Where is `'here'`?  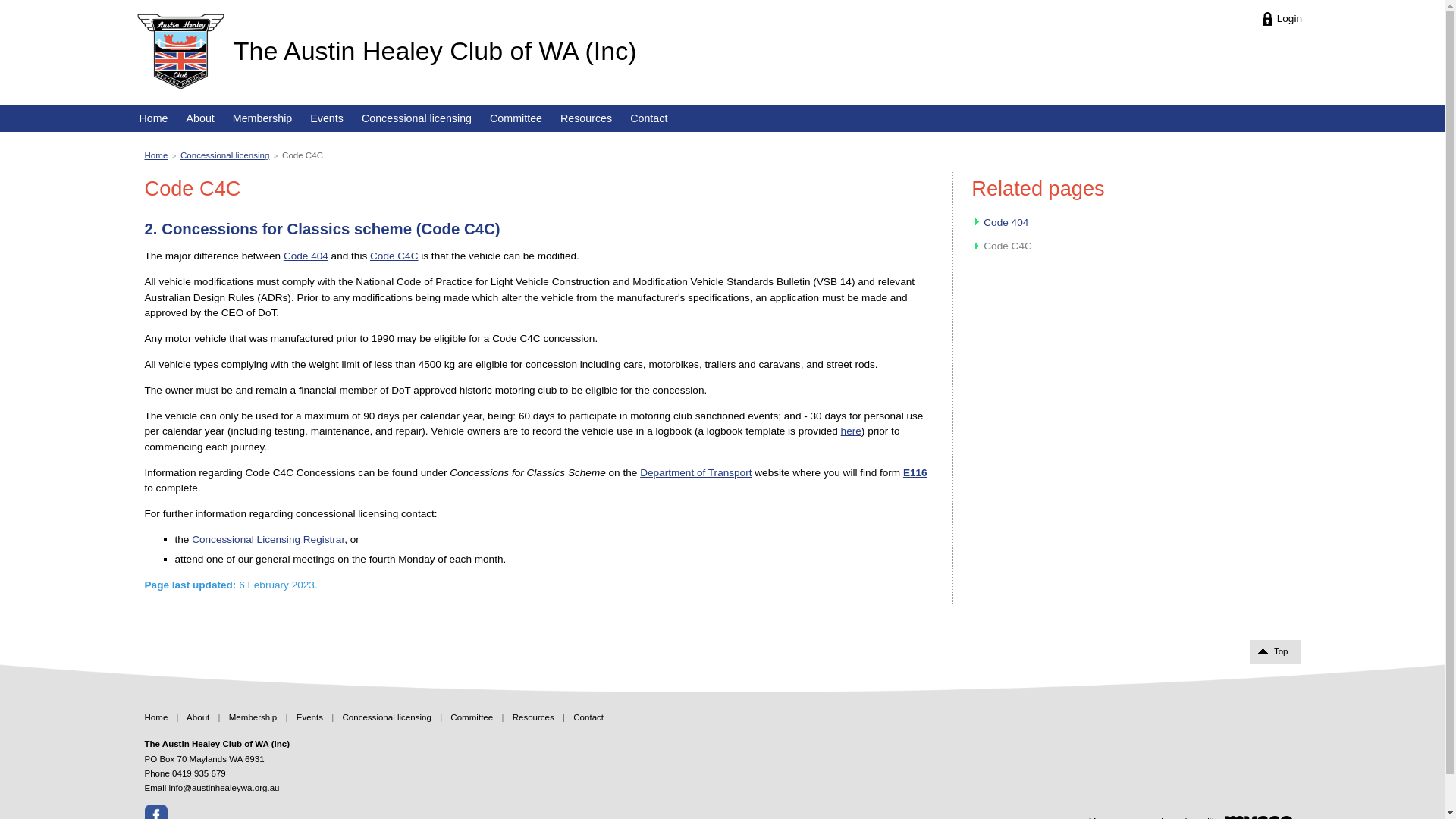
'here' is located at coordinates (851, 431).